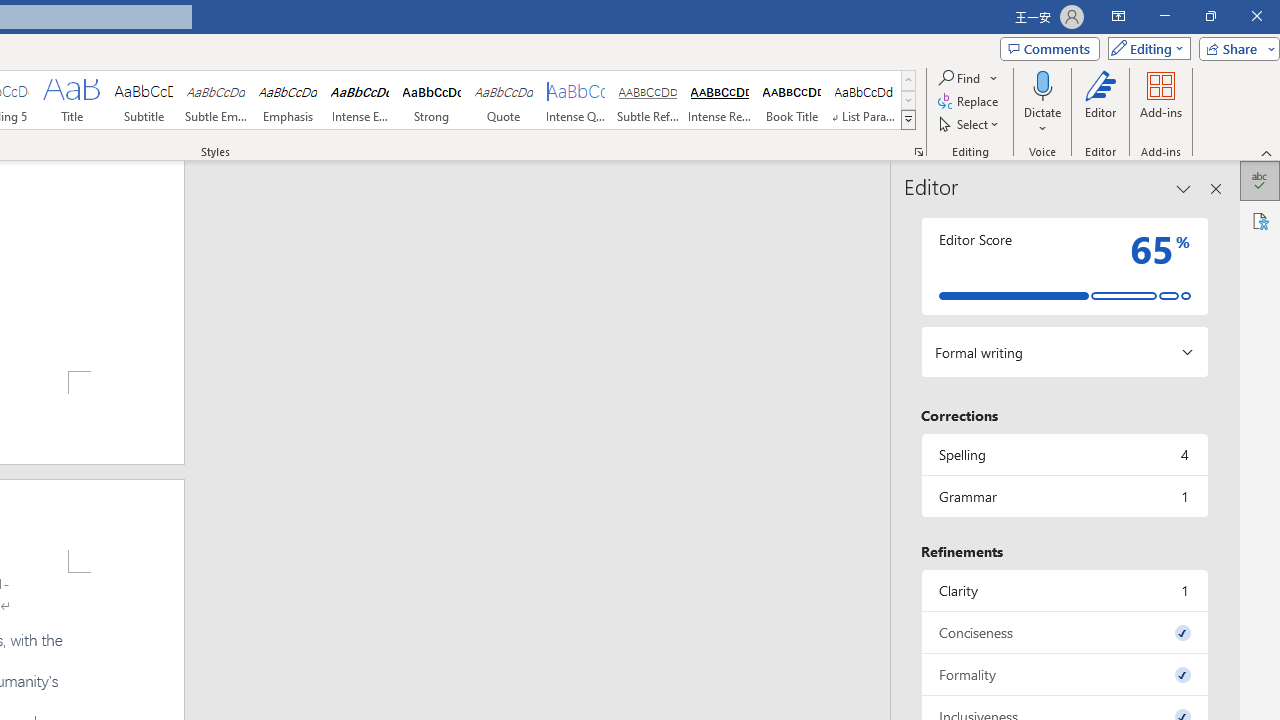 This screenshot has height=720, width=1280. Describe the element at coordinates (1063, 589) in the screenshot. I see `'Clarity, 1 issue. Press space or enter to review items.'` at that location.